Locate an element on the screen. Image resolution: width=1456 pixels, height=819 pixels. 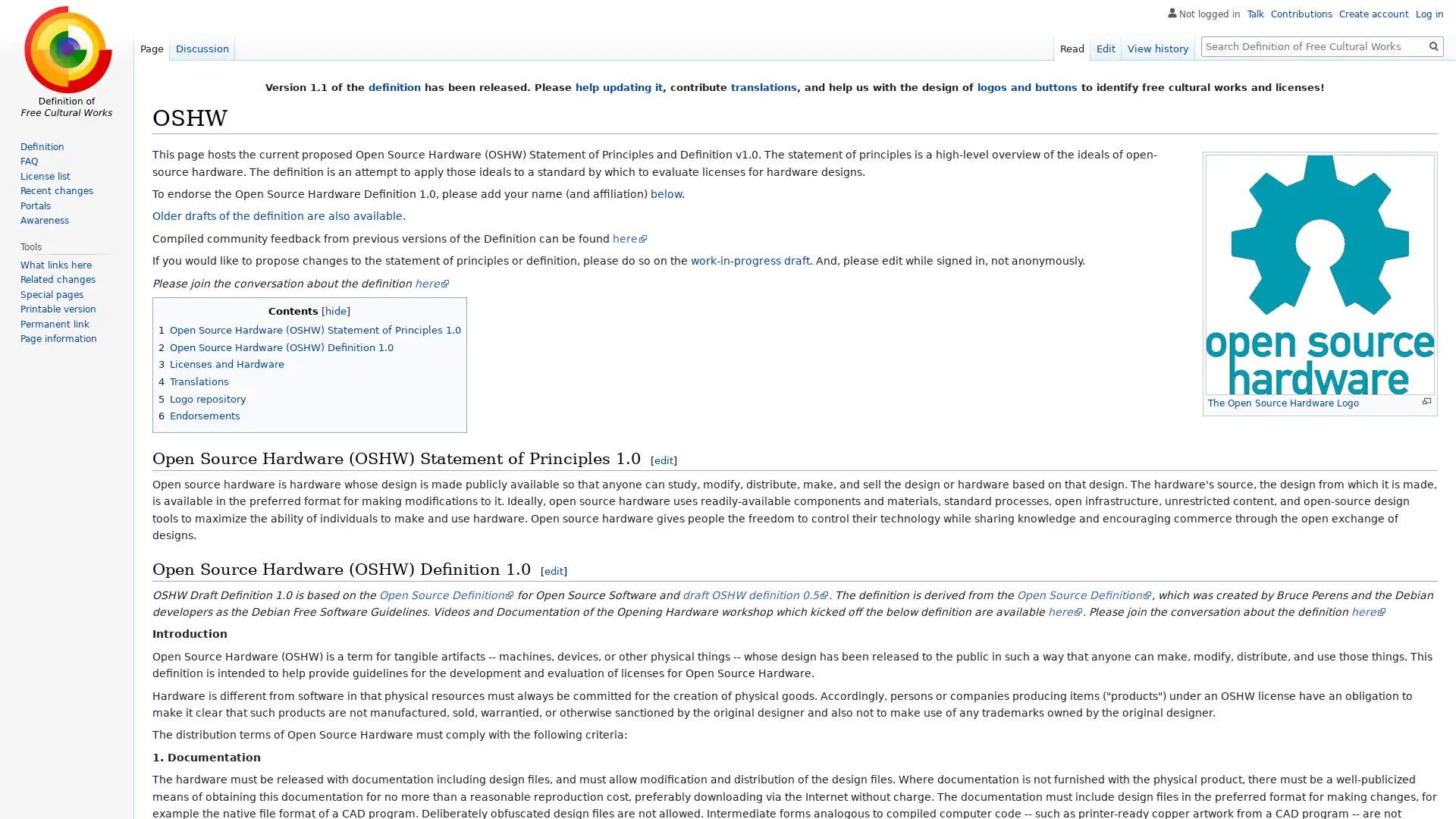
Go is located at coordinates (1433, 45).